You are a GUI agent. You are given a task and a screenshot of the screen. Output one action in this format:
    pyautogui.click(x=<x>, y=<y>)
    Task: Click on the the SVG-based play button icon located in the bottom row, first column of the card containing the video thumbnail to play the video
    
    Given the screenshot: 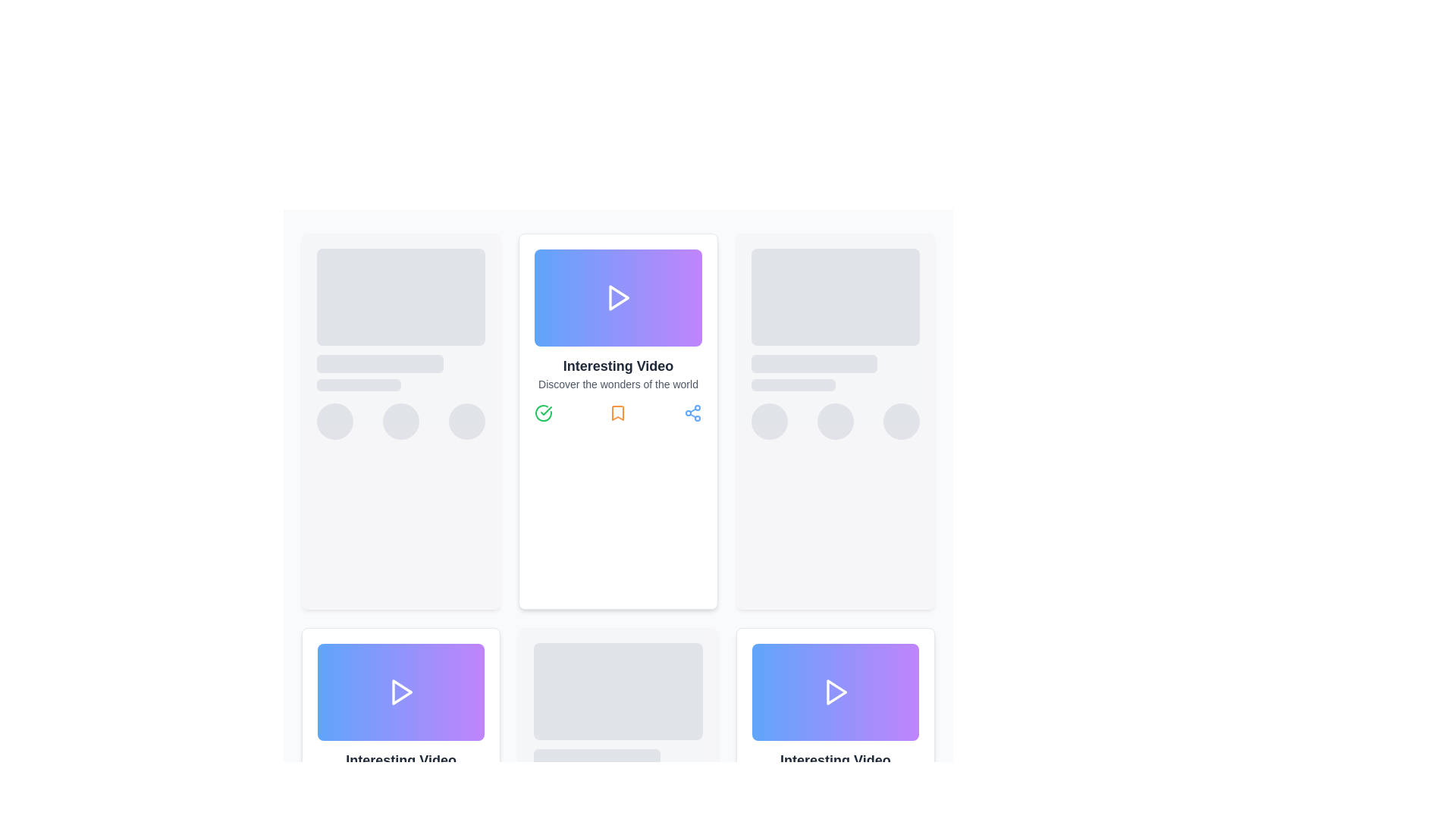 What is the action you would take?
    pyautogui.click(x=402, y=692)
    